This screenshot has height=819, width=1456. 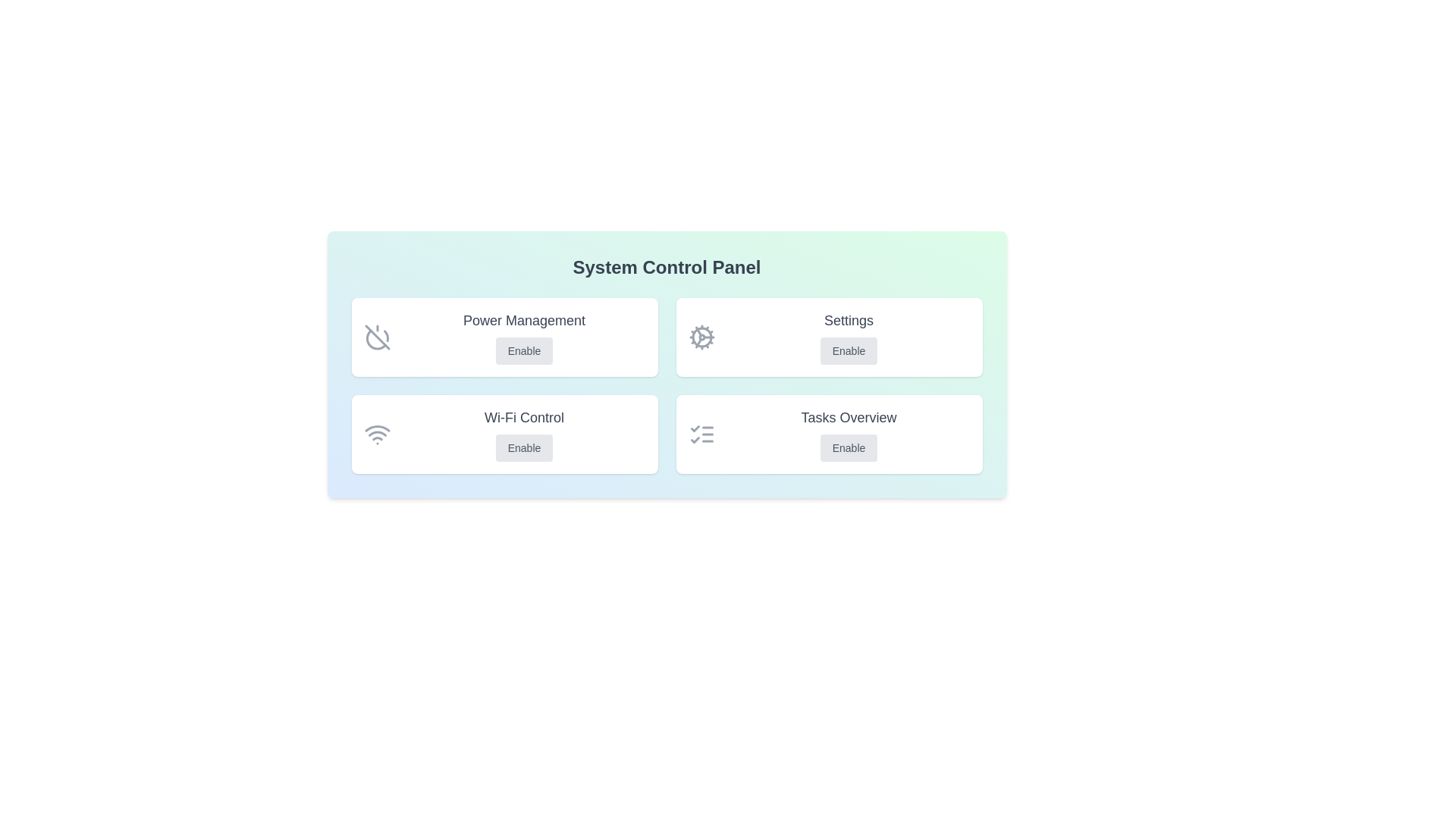 What do you see at coordinates (828, 435) in the screenshot?
I see `the 'Enable' button on the Card component located in the fourth position of the grid layout under the 'System Control Panel' heading` at bounding box center [828, 435].